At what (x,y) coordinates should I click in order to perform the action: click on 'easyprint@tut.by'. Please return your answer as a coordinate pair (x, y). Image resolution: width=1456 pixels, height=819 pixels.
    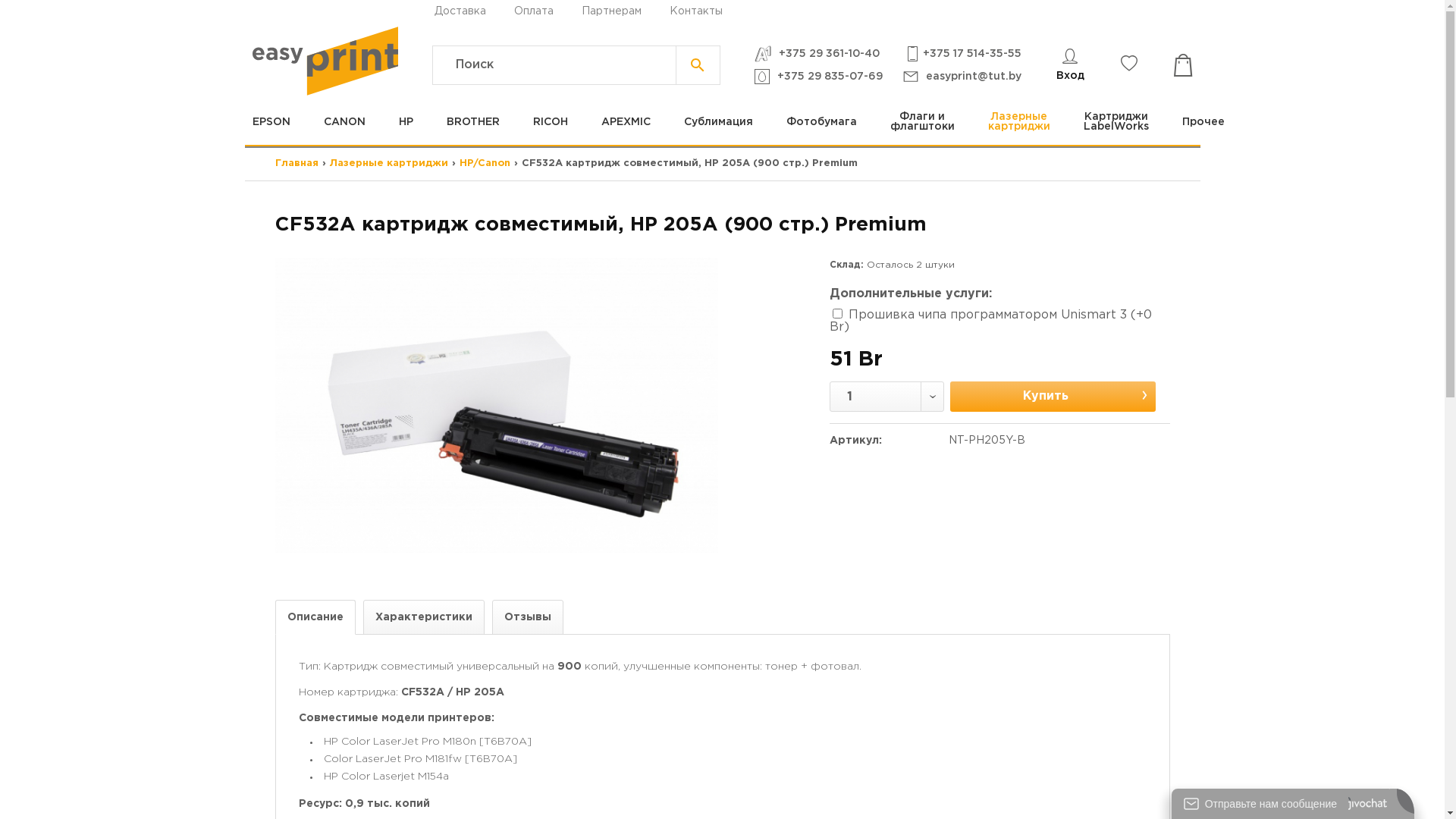
    Looking at the image, I should click on (961, 76).